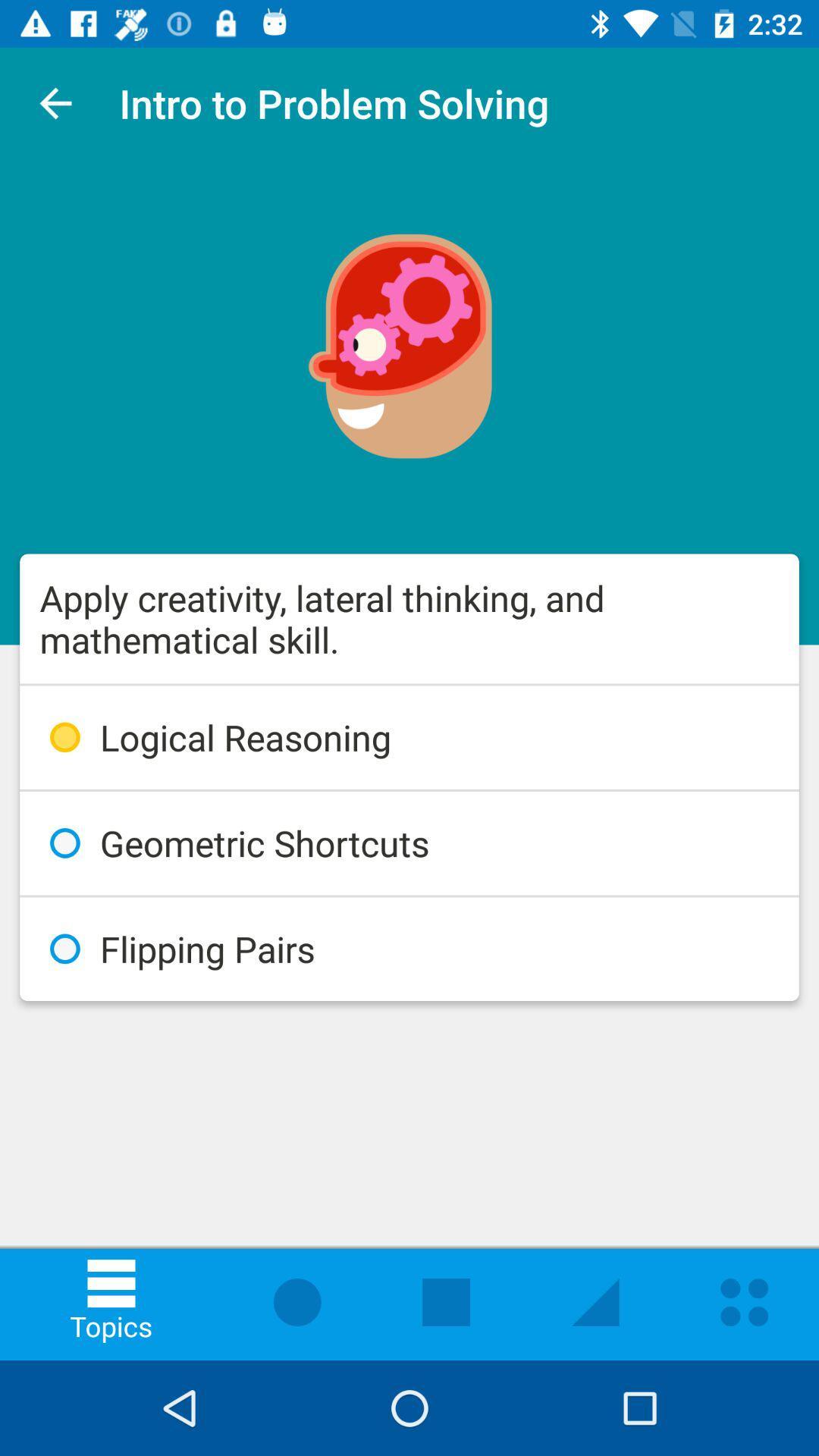 This screenshot has height=1456, width=819. Describe the element at coordinates (409, 843) in the screenshot. I see `the icon below logical reasoning icon` at that location.